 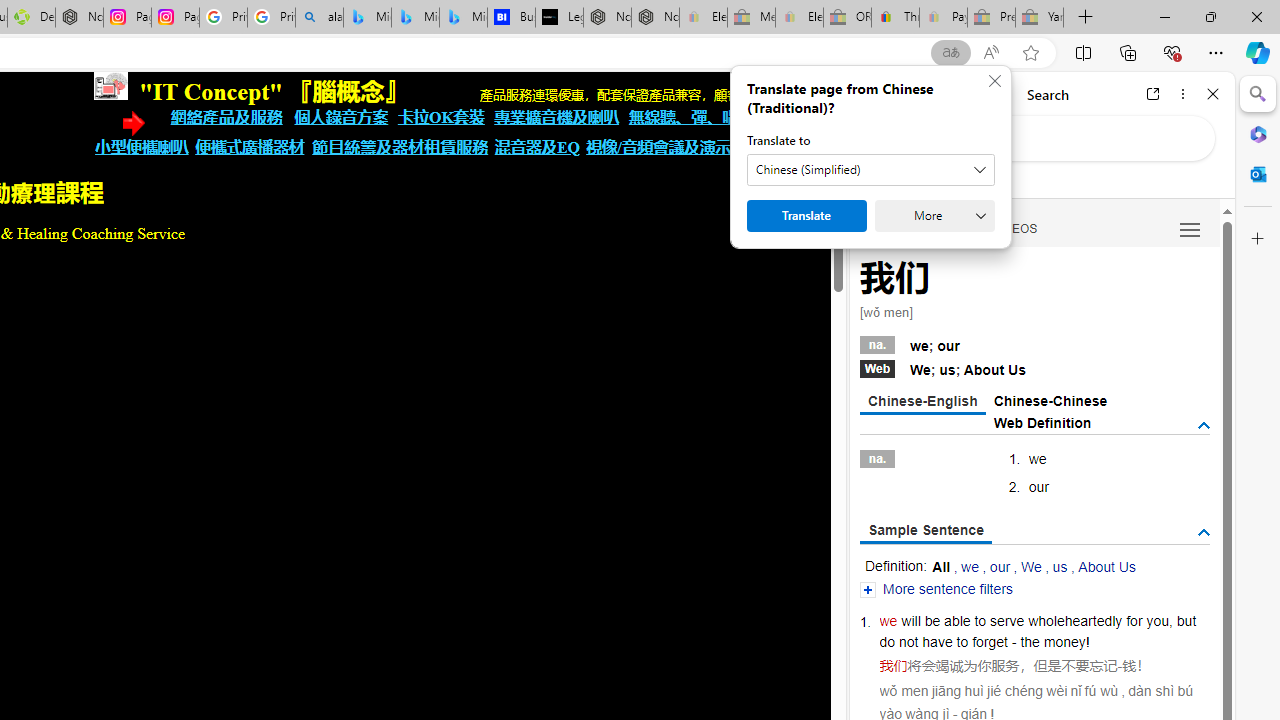 What do you see at coordinates (1034, 342) in the screenshot?
I see `'na.we; our'` at bounding box center [1034, 342].